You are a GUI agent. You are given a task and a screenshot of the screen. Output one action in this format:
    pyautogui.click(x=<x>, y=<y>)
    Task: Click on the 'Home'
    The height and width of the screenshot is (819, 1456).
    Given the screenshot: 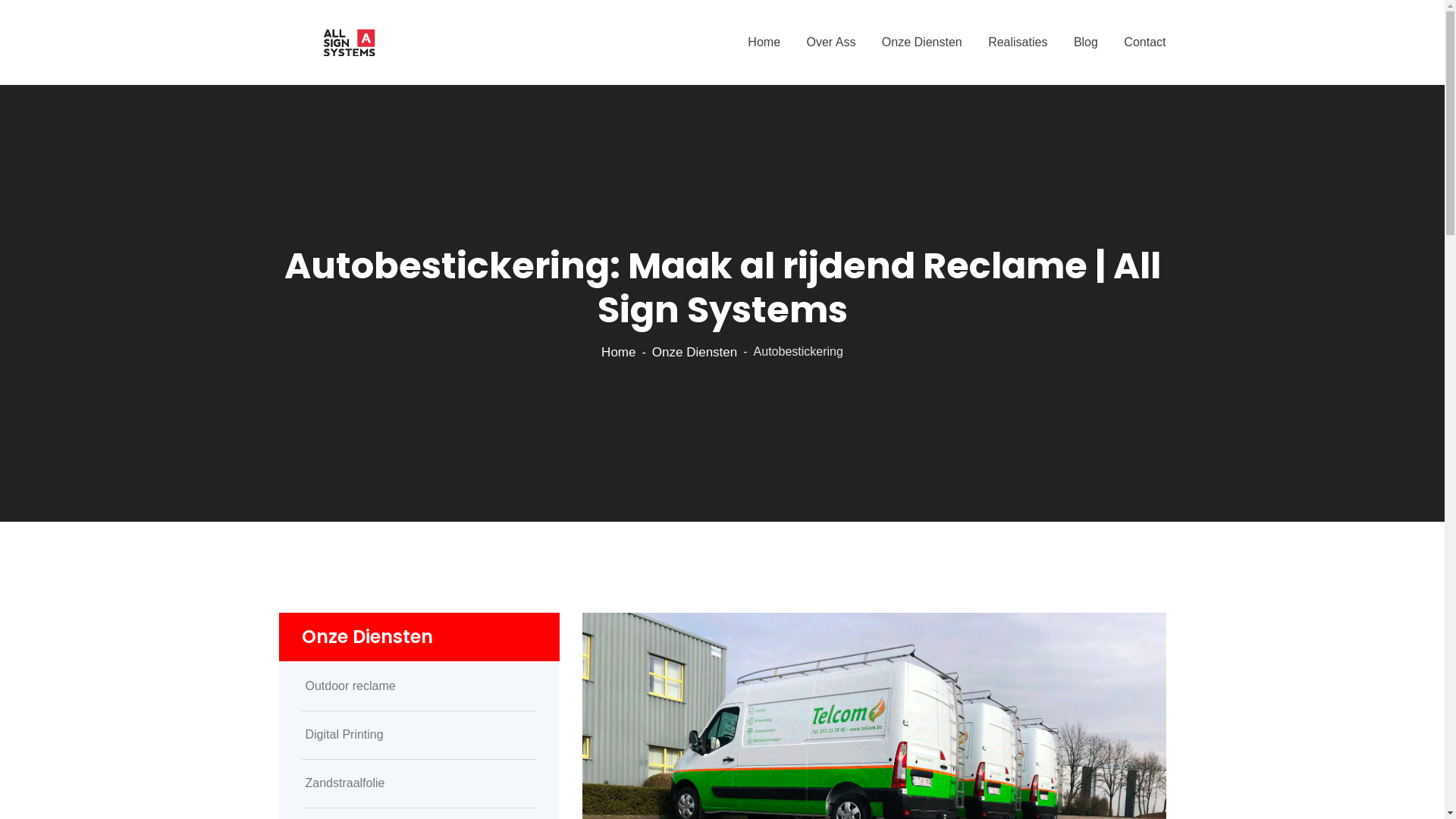 What is the action you would take?
    pyautogui.click(x=618, y=352)
    